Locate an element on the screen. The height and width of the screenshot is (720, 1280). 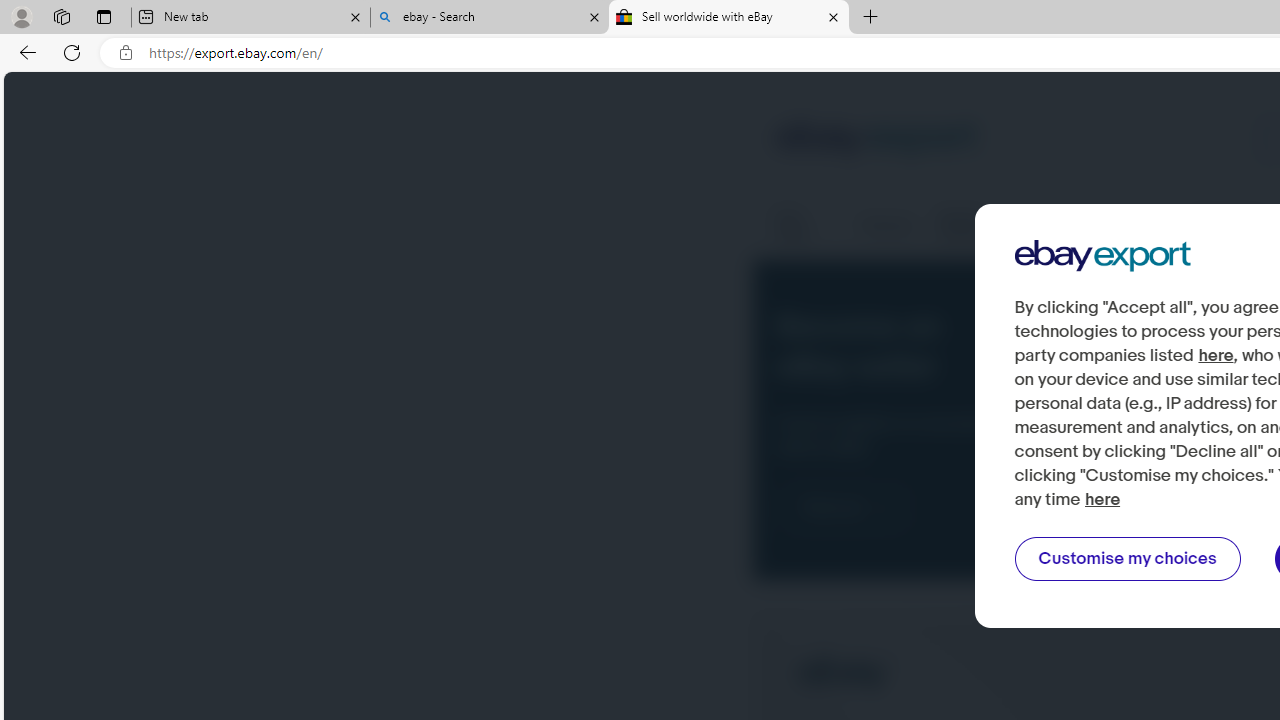
'Refresh' is located at coordinates (72, 51).